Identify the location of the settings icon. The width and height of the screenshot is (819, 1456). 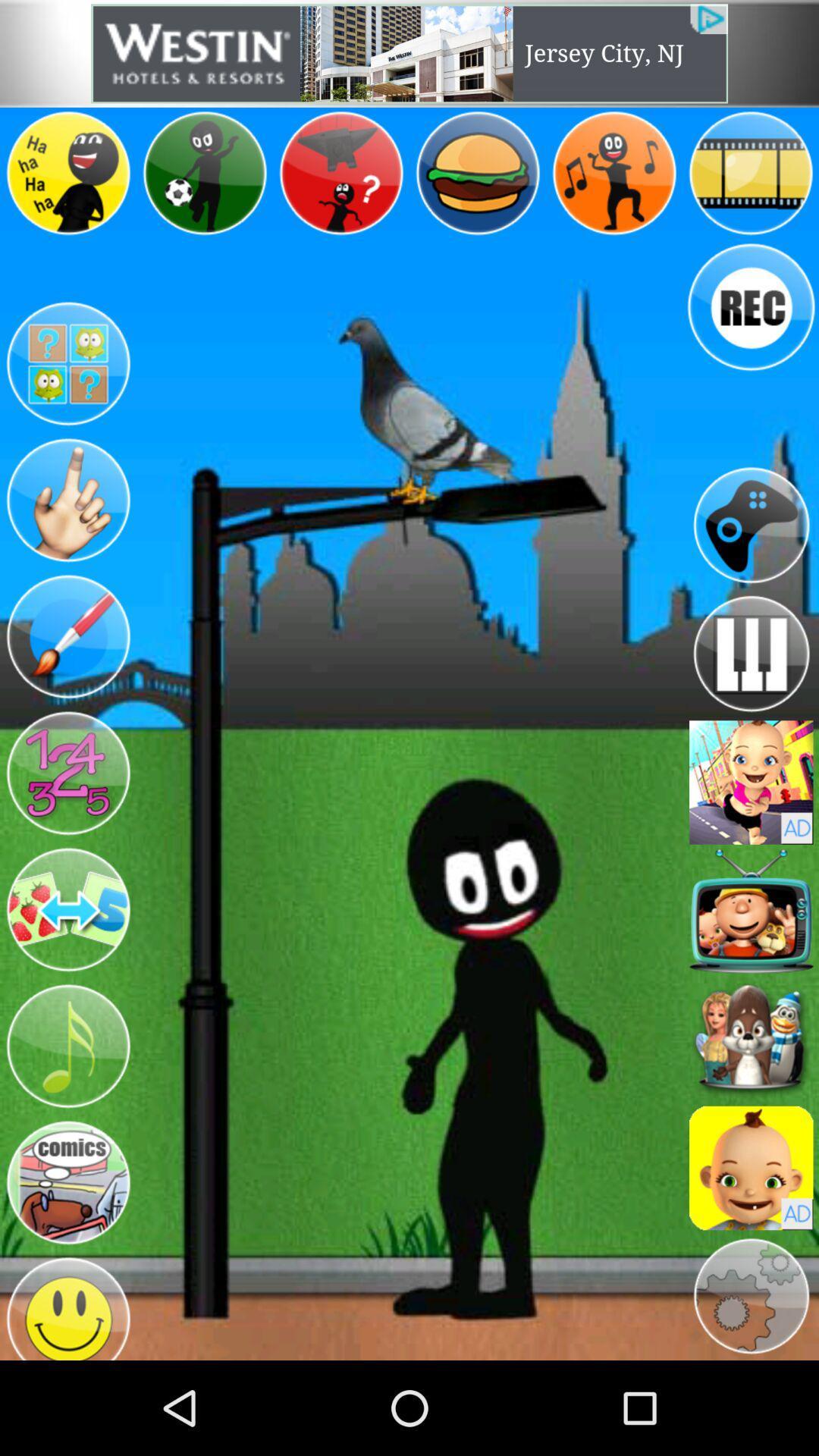
(751, 1387).